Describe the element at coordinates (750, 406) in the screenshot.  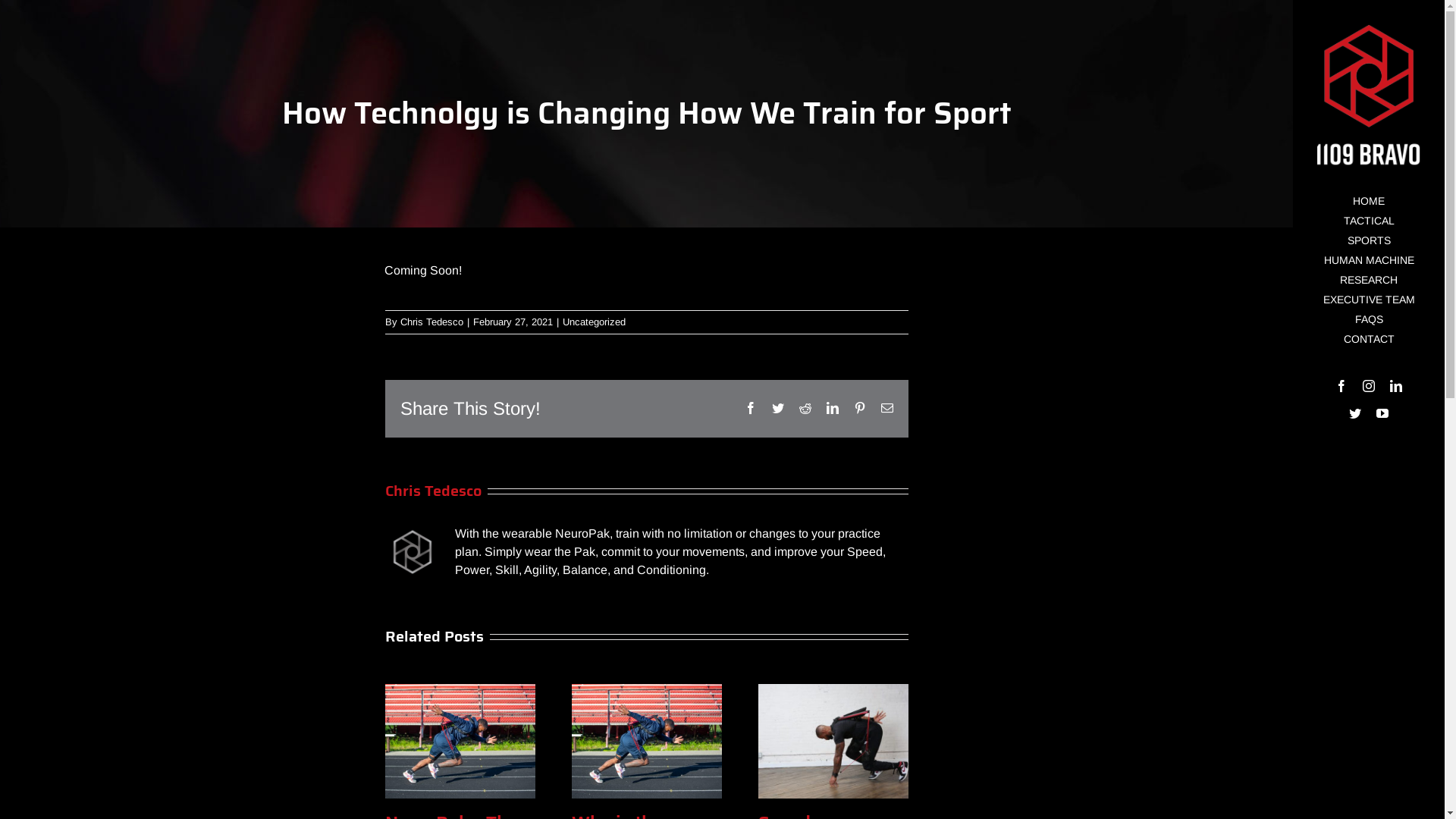
I see `'Facebook'` at that location.